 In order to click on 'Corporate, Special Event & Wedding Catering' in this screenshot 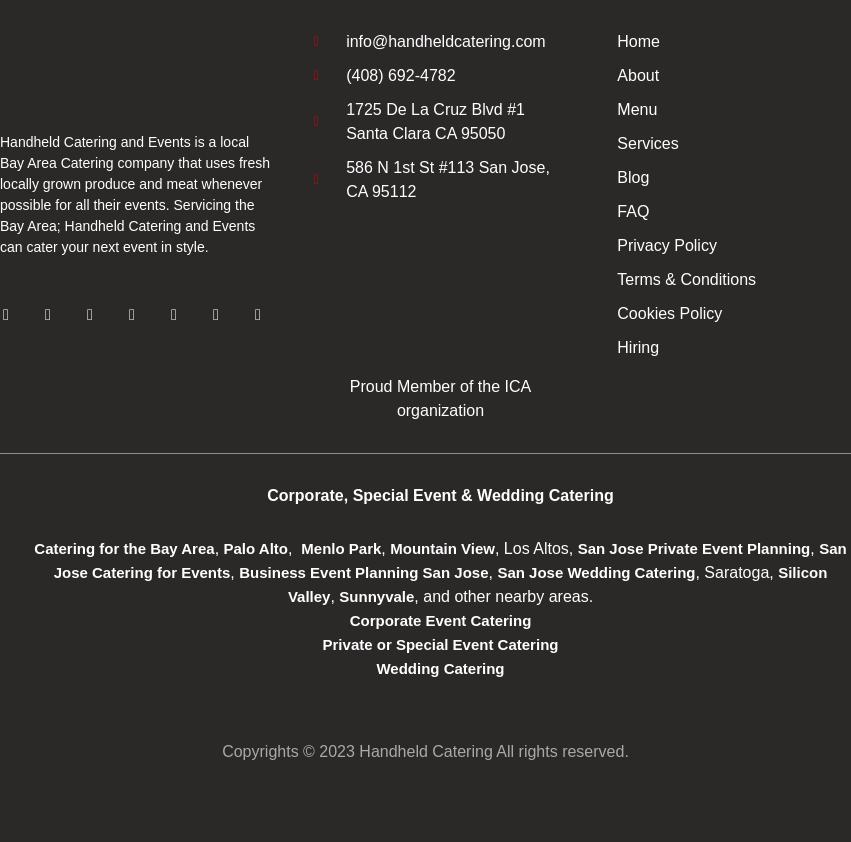, I will do `click(439, 494)`.